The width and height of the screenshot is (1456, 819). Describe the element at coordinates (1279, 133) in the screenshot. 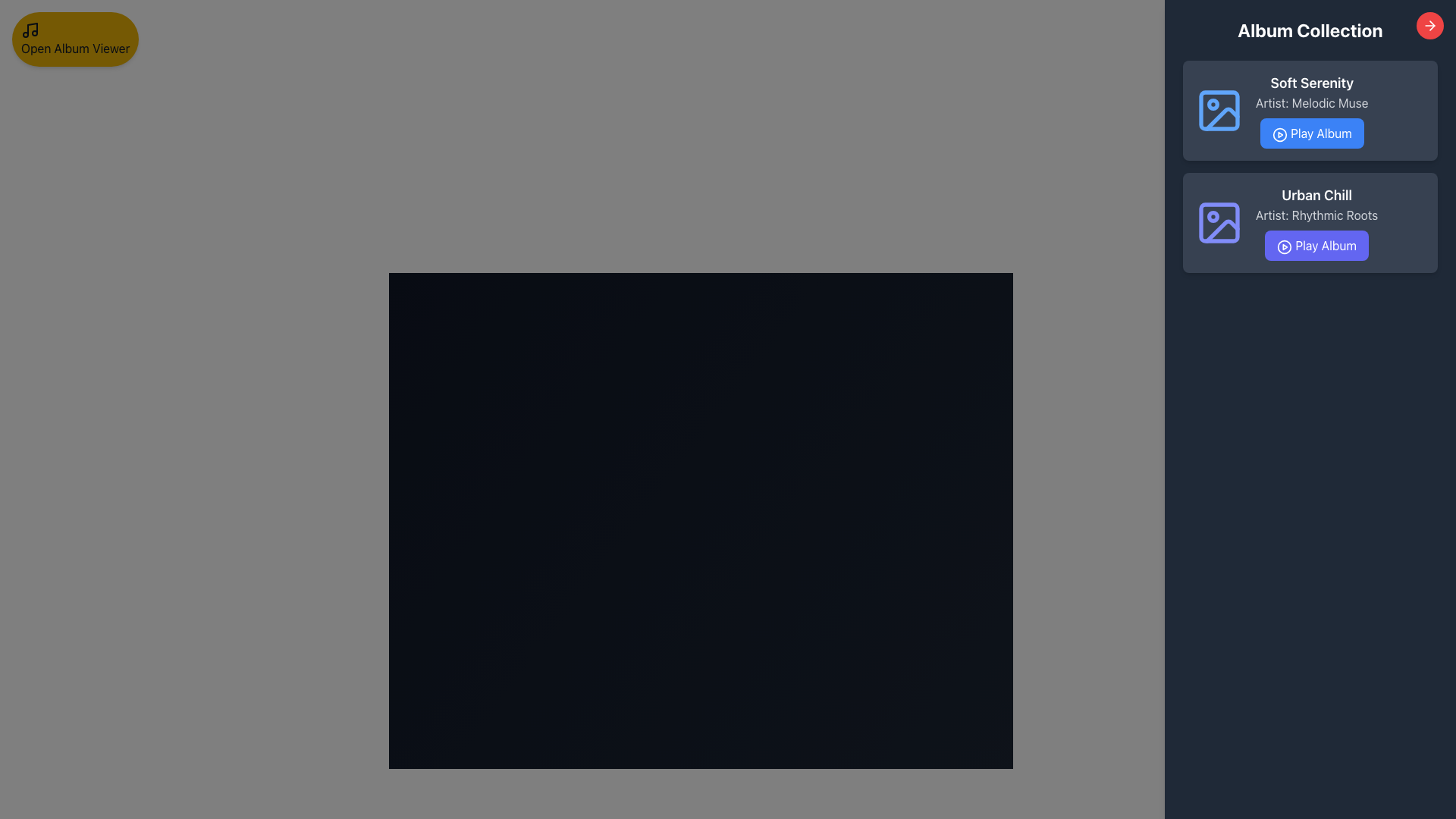

I see `the circular play icon inside the 'Play Album' button` at that location.